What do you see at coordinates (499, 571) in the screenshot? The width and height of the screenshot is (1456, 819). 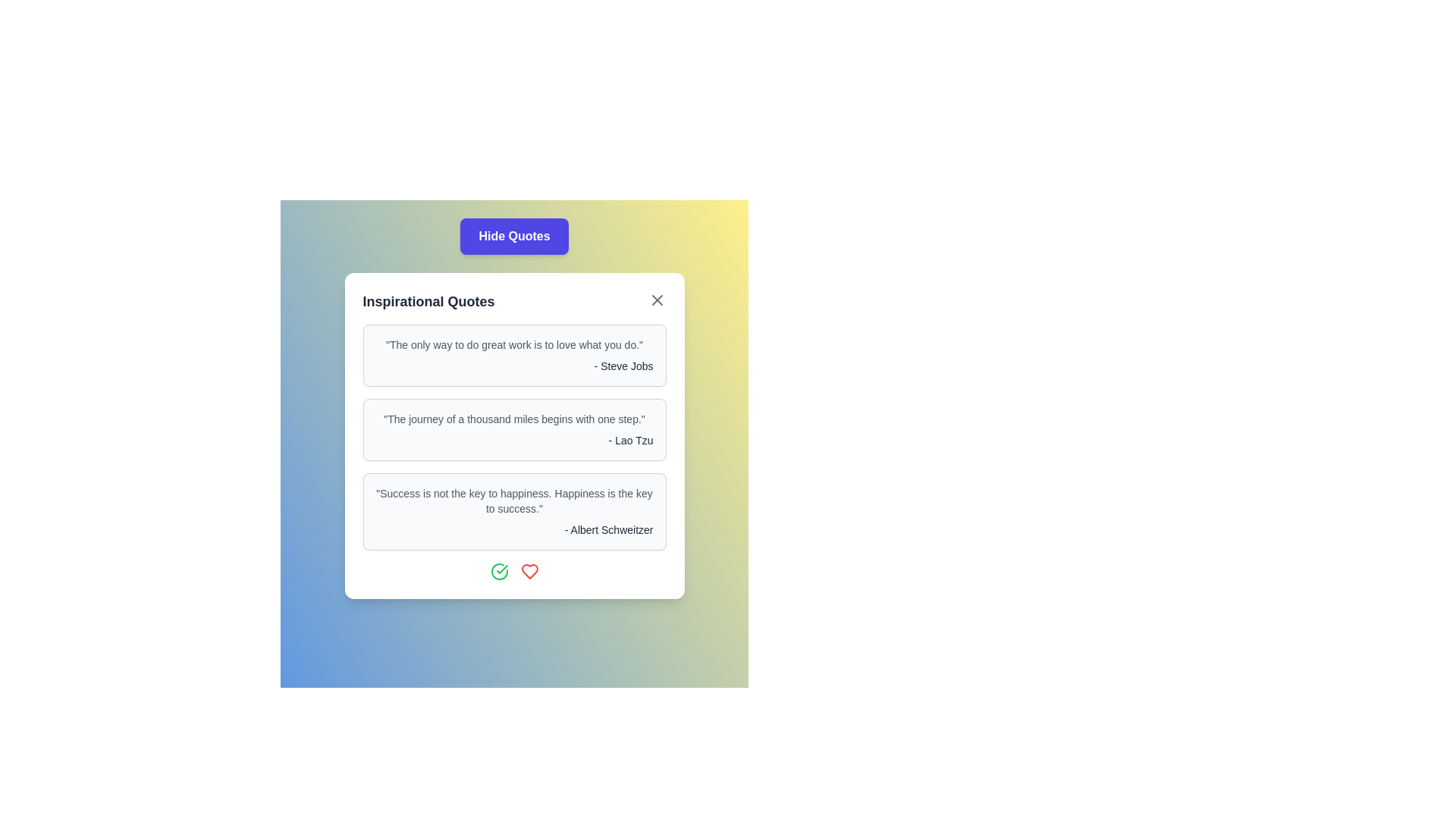 I see `the confirmation icon located at the bottom left of the modal window, which indicates a successful action and is positioned to the left of a heart-shaped icon` at bounding box center [499, 571].